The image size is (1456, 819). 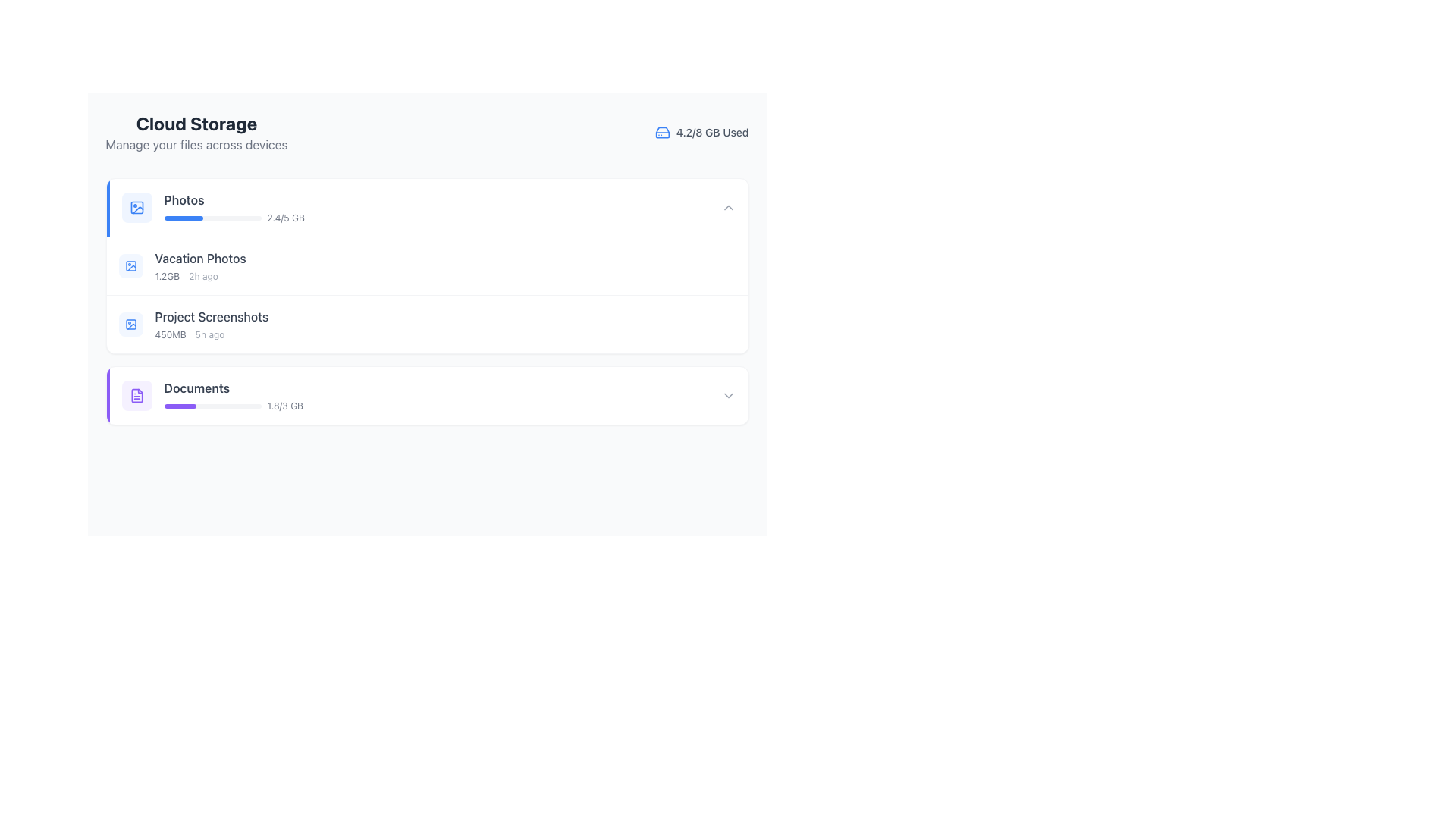 What do you see at coordinates (697, 324) in the screenshot?
I see `the share button located in the interactive options section, positioned to the right of the 'Project Screenshots' item` at bounding box center [697, 324].